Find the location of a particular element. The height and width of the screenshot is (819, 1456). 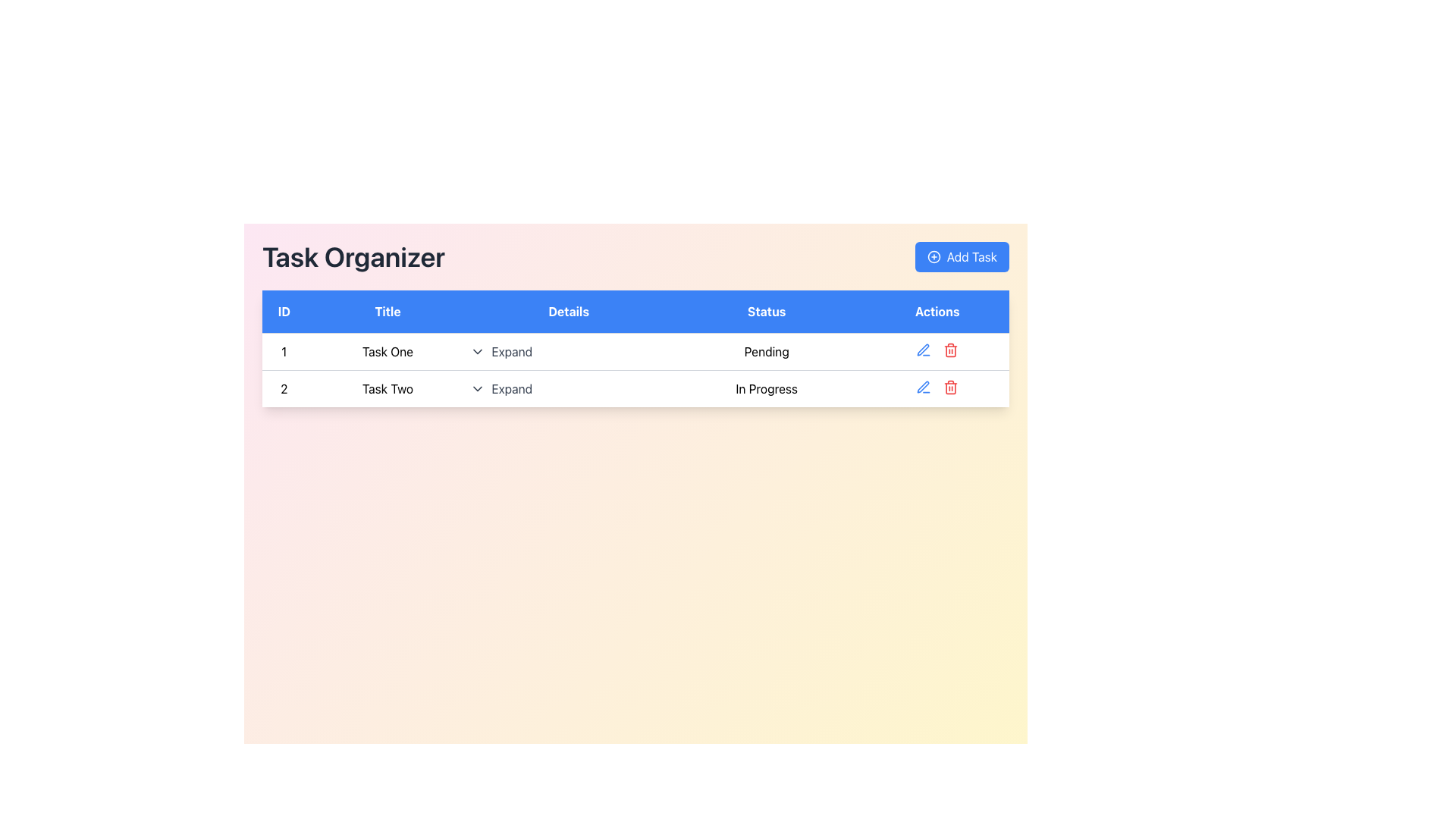

the Text label that represents the unique identifier of the first row in the table, located to the left of 'Task One' is located at coordinates (284, 351).